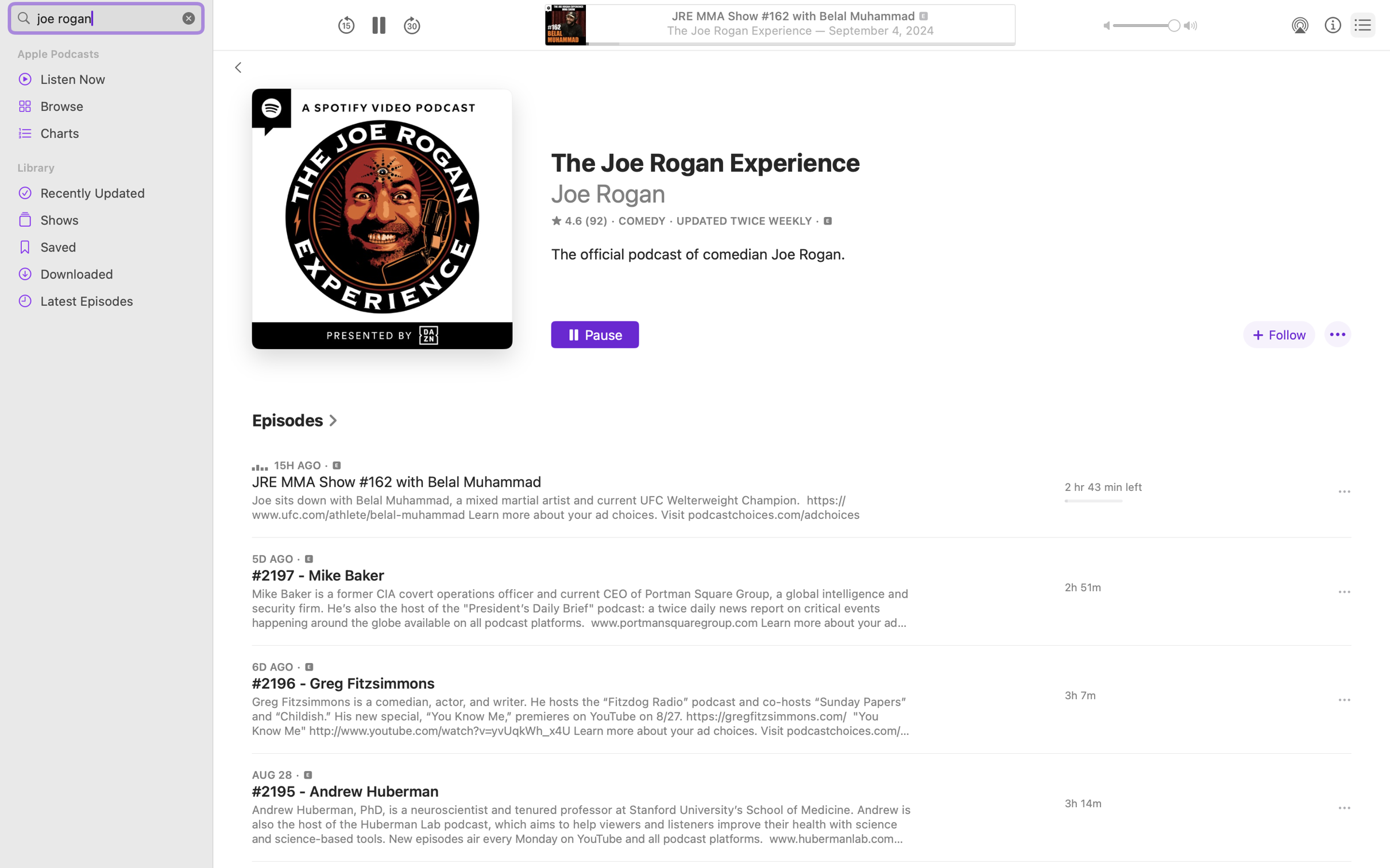 Image resolution: width=1390 pixels, height=868 pixels. What do you see at coordinates (1146, 25) in the screenshot?
I see `'1.0'` at bounding box center [1146, 25].